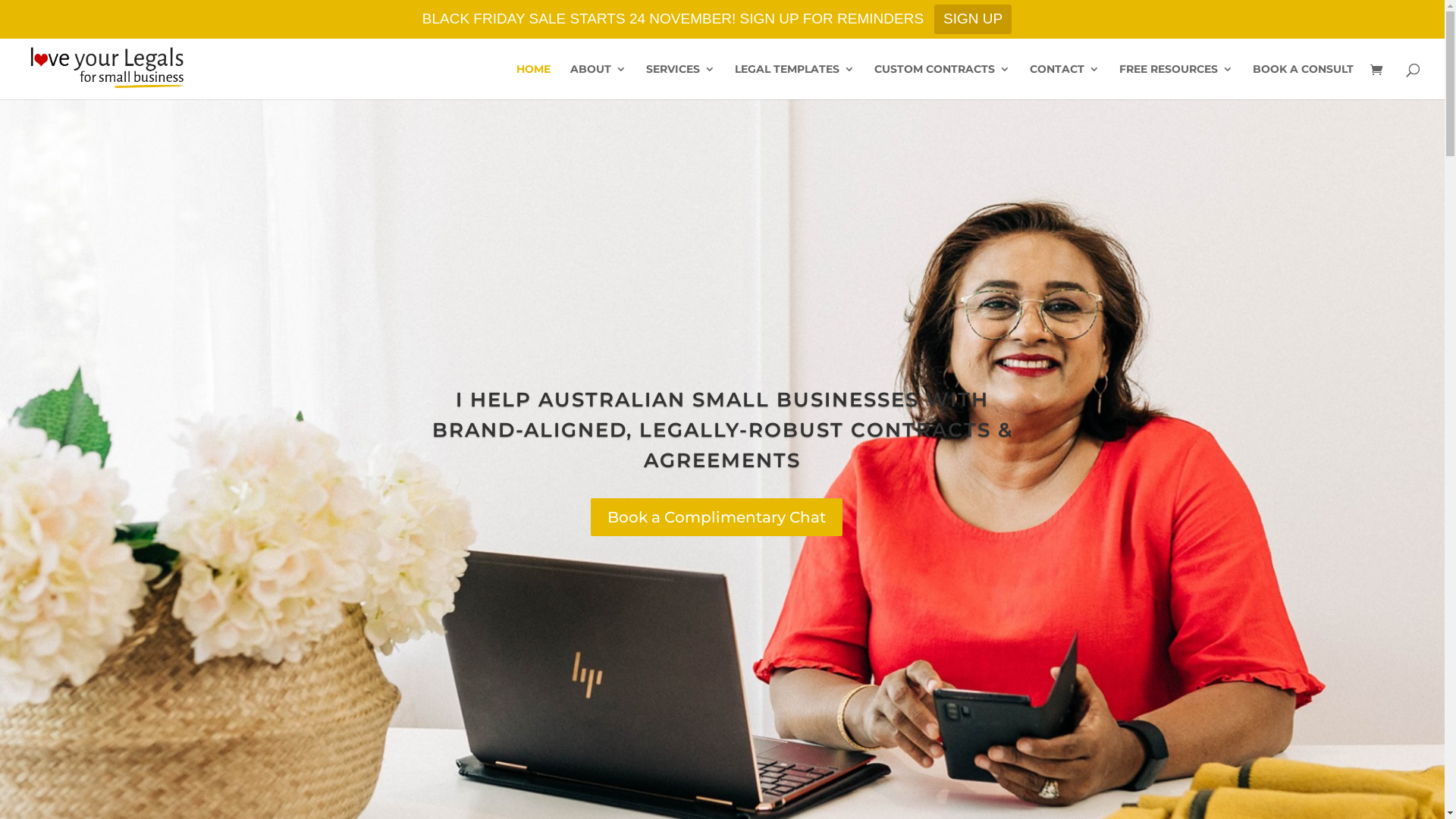 Image resolution: width=1456 pixels, height=819 pixels. I want to click on 'SIGN UP', so click(972, 19).